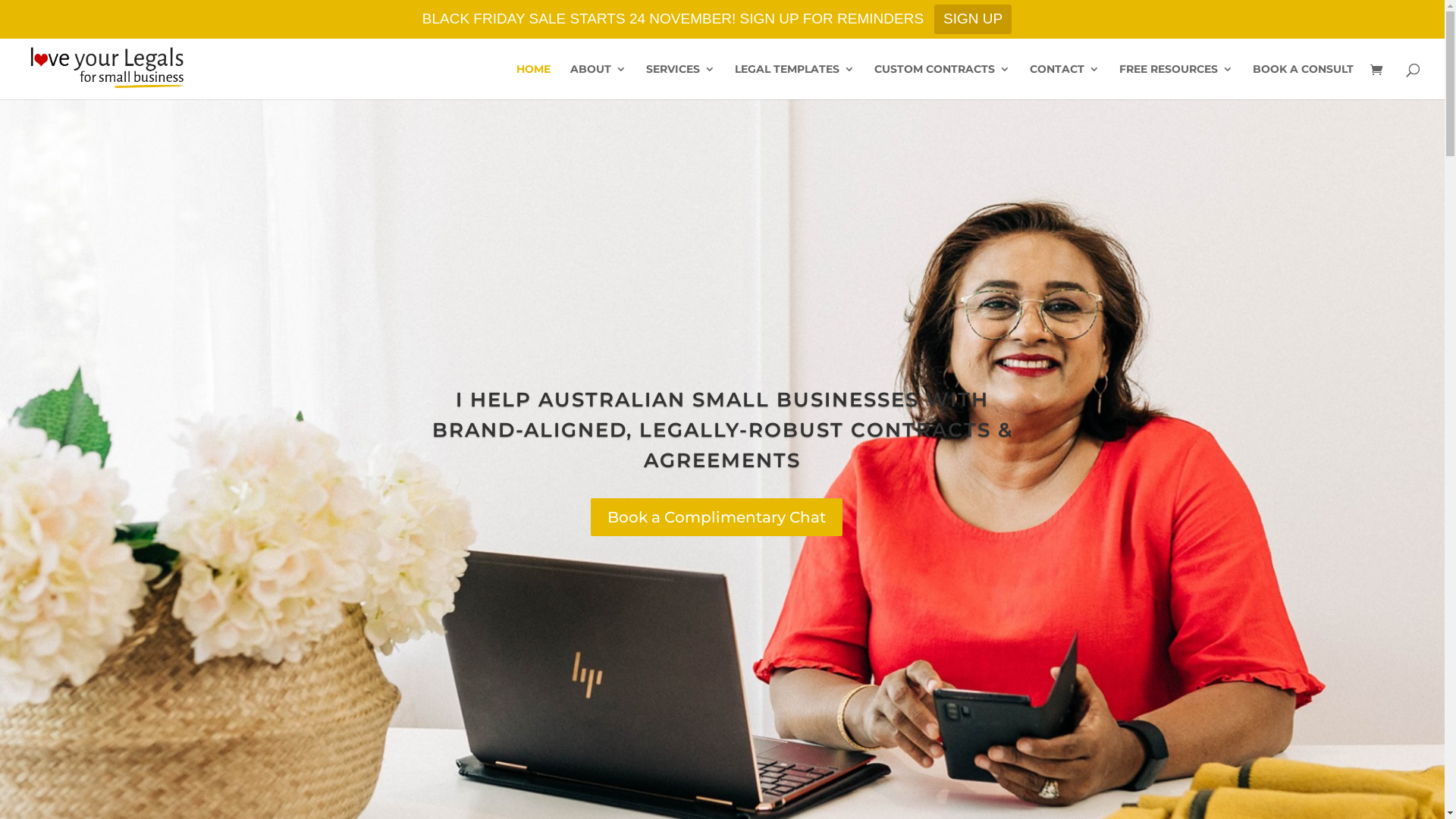 Image resolution: width=1456 pixels, height=819 pixels. I want to click on 'SIGN UP', so click(972, 19).